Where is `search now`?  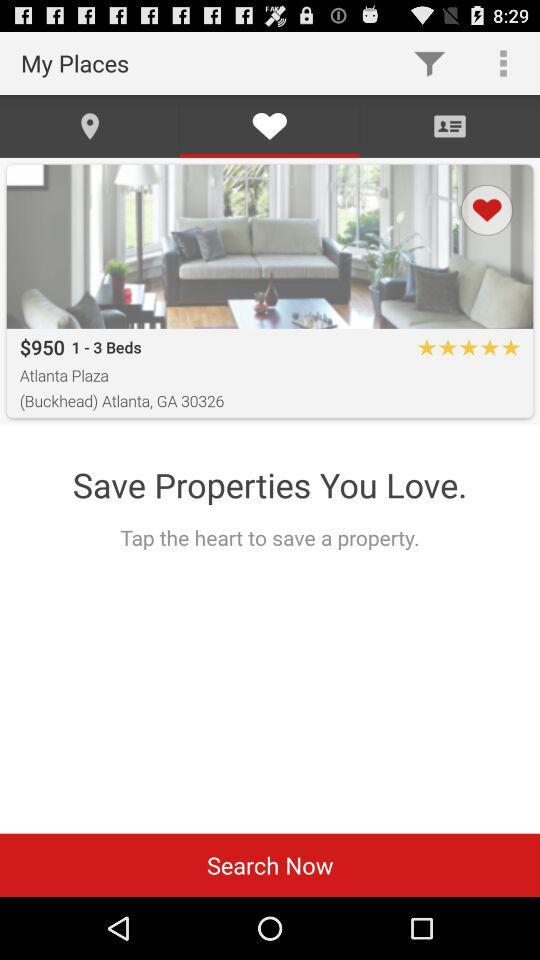
search now is located at coordinates (270, 864).